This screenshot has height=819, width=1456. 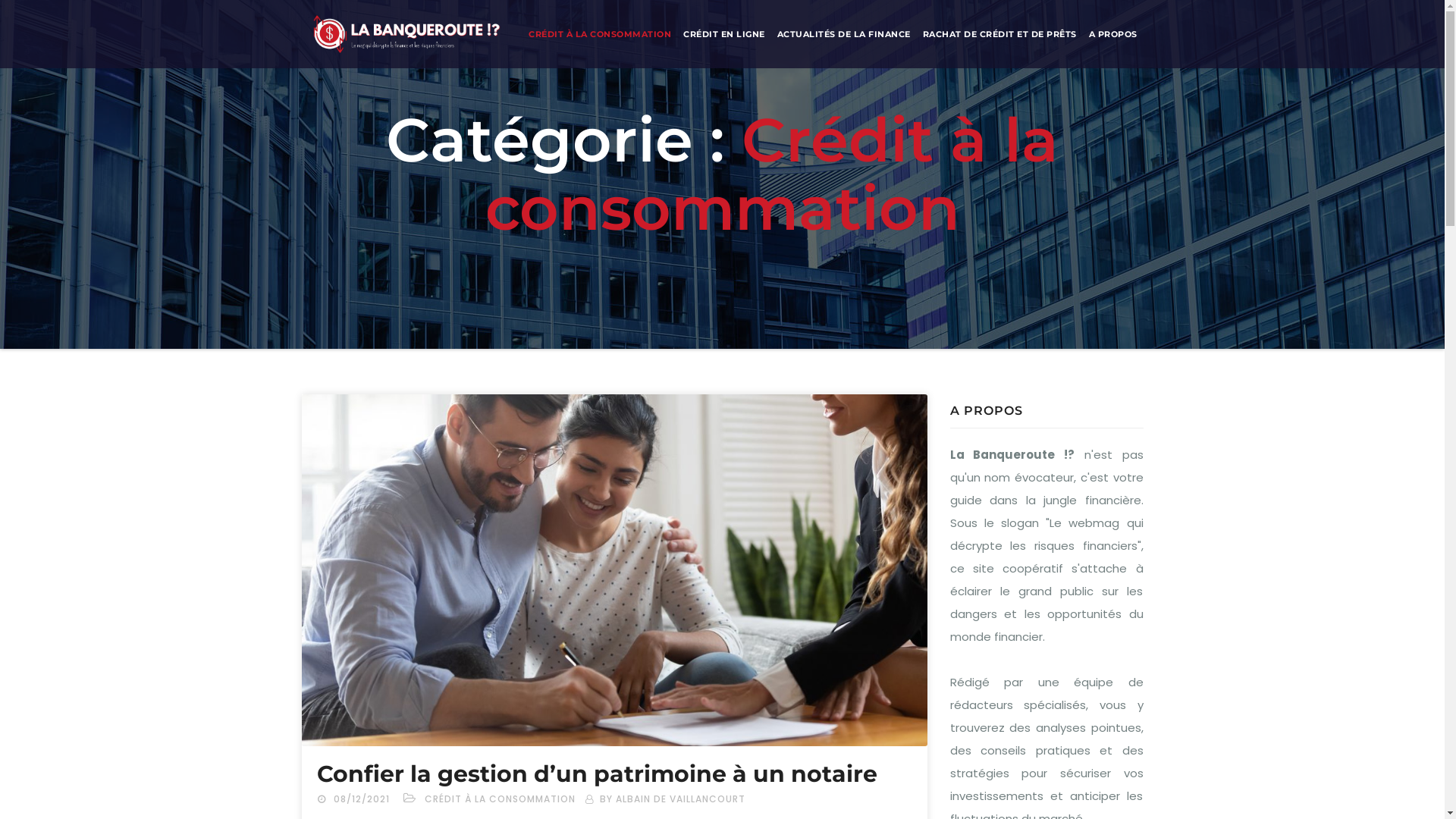 What do you see at coordinates (1113, 34) in the screenshot?
I see `'A PROPOS'` at bounding box center [1113, 34].